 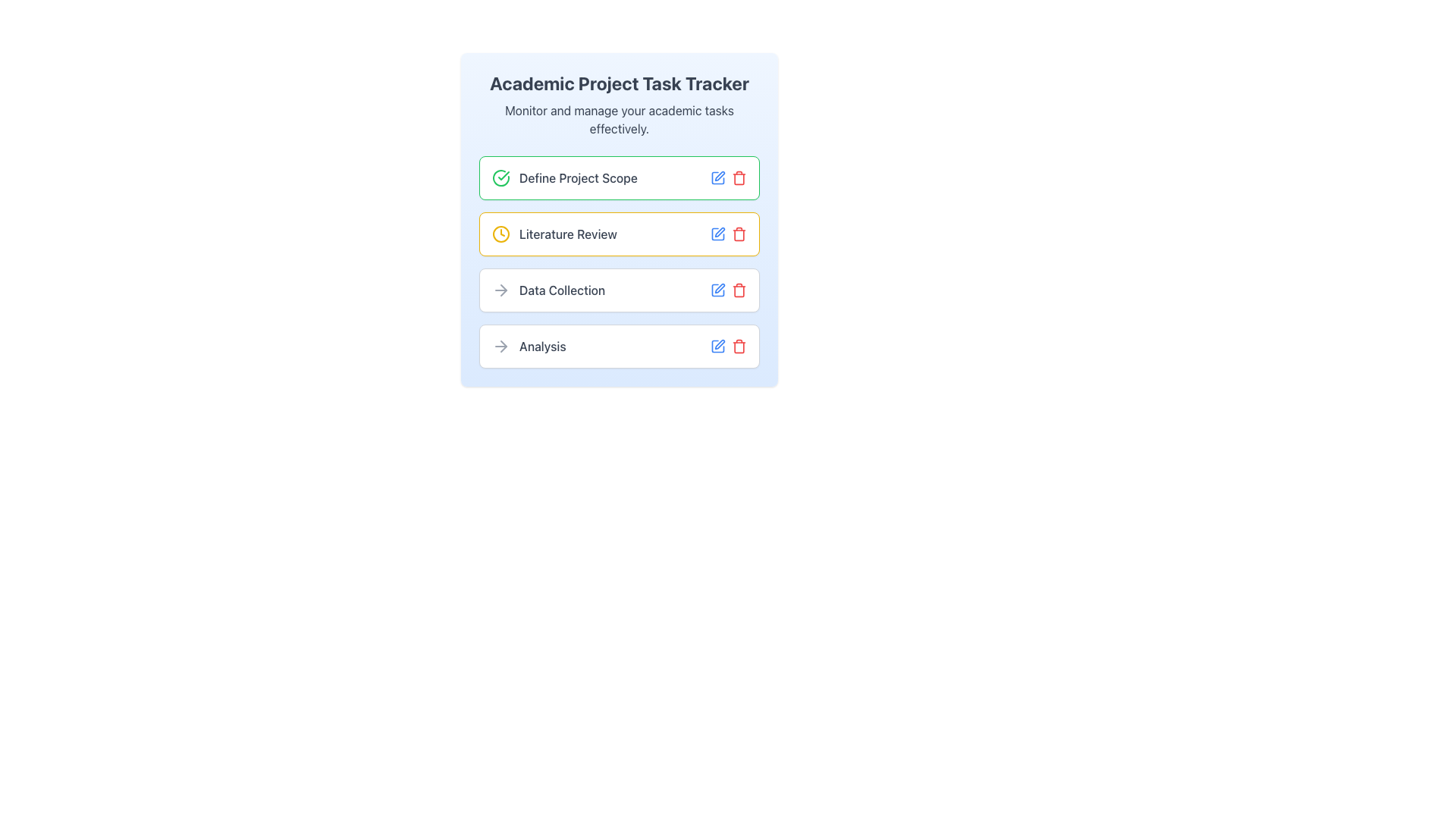 I want to click on the text label stating 'Monitor and manage your academic tasks effectively.' which is located below the heading 'Academic Project Task Tracker', so click(x=619, y=119).